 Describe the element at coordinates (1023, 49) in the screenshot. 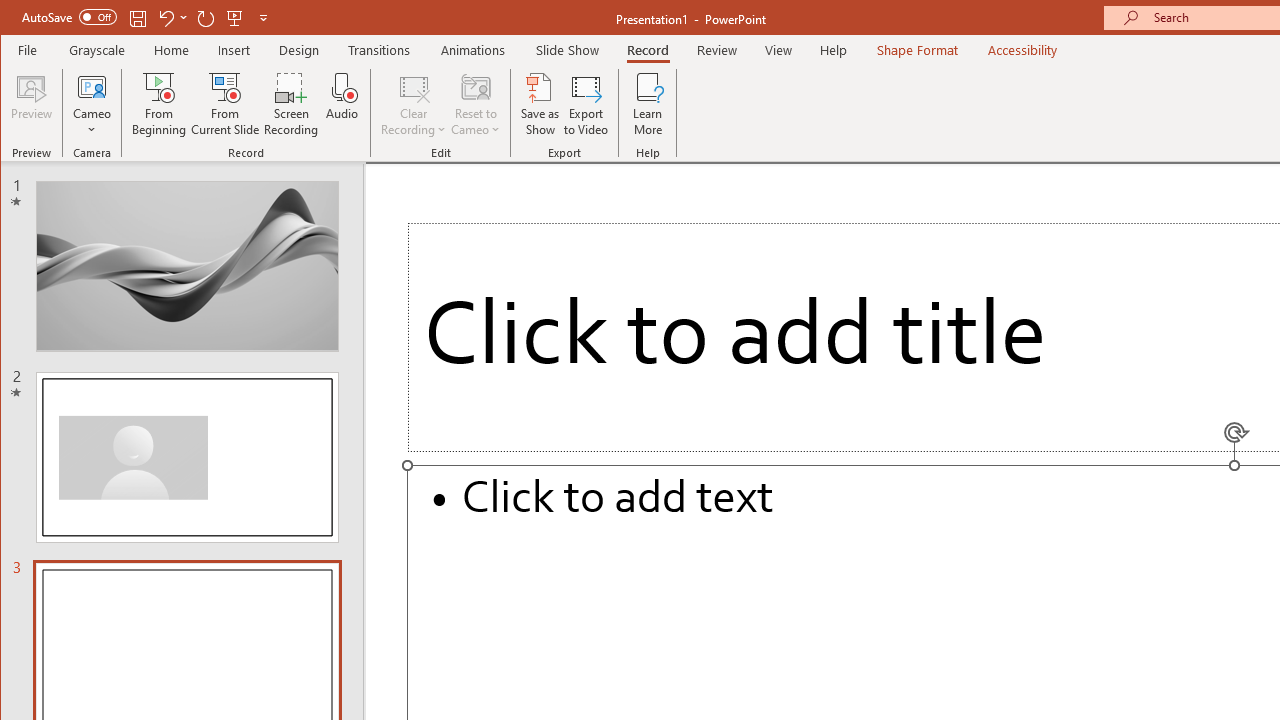

I see `'Accessibility'` at that location.